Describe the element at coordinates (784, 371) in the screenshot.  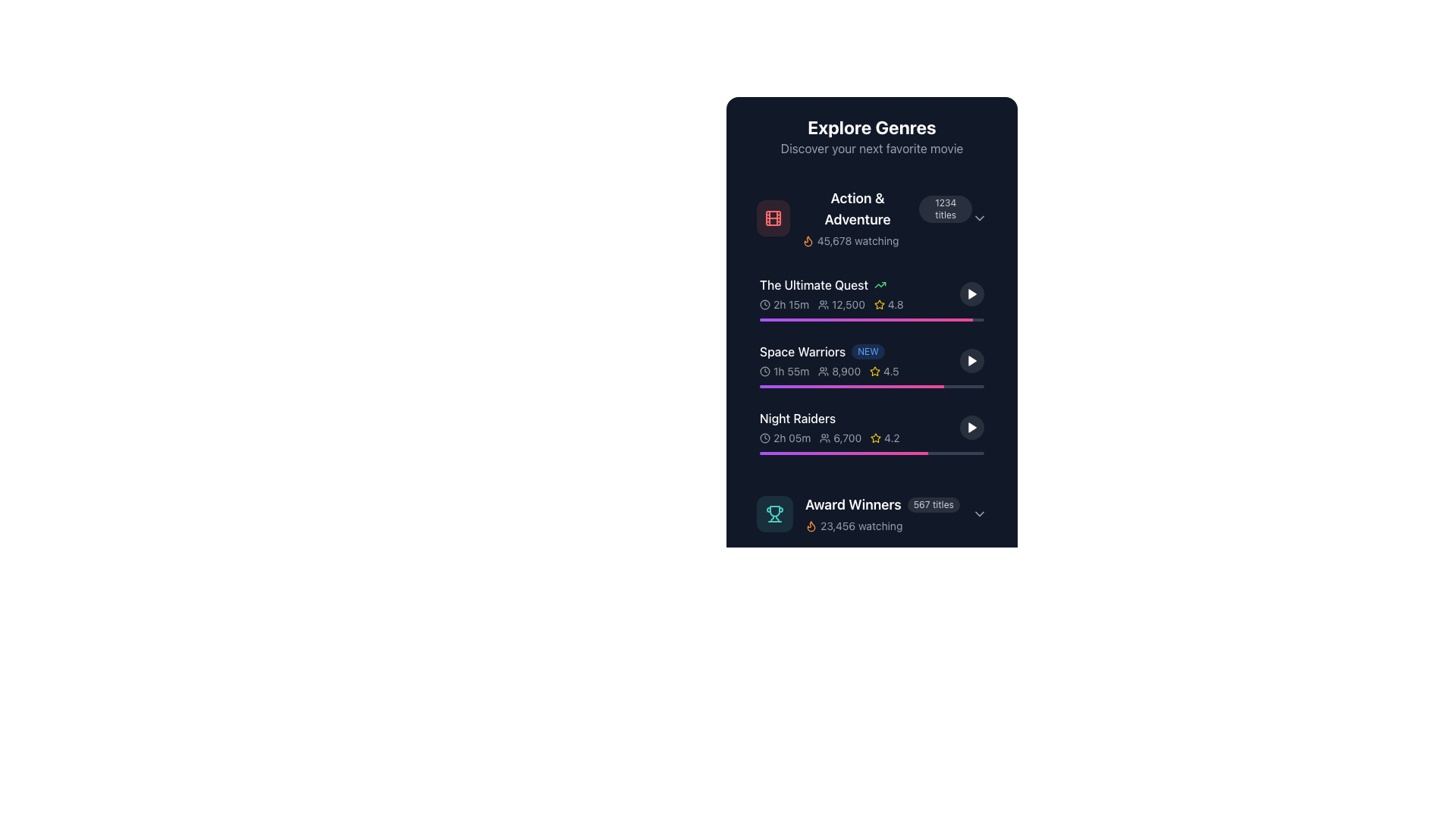
I see `the Label with the text '1h 55m' and a clock icon, which is located in the second row under 'Space Warriors'` at that location.